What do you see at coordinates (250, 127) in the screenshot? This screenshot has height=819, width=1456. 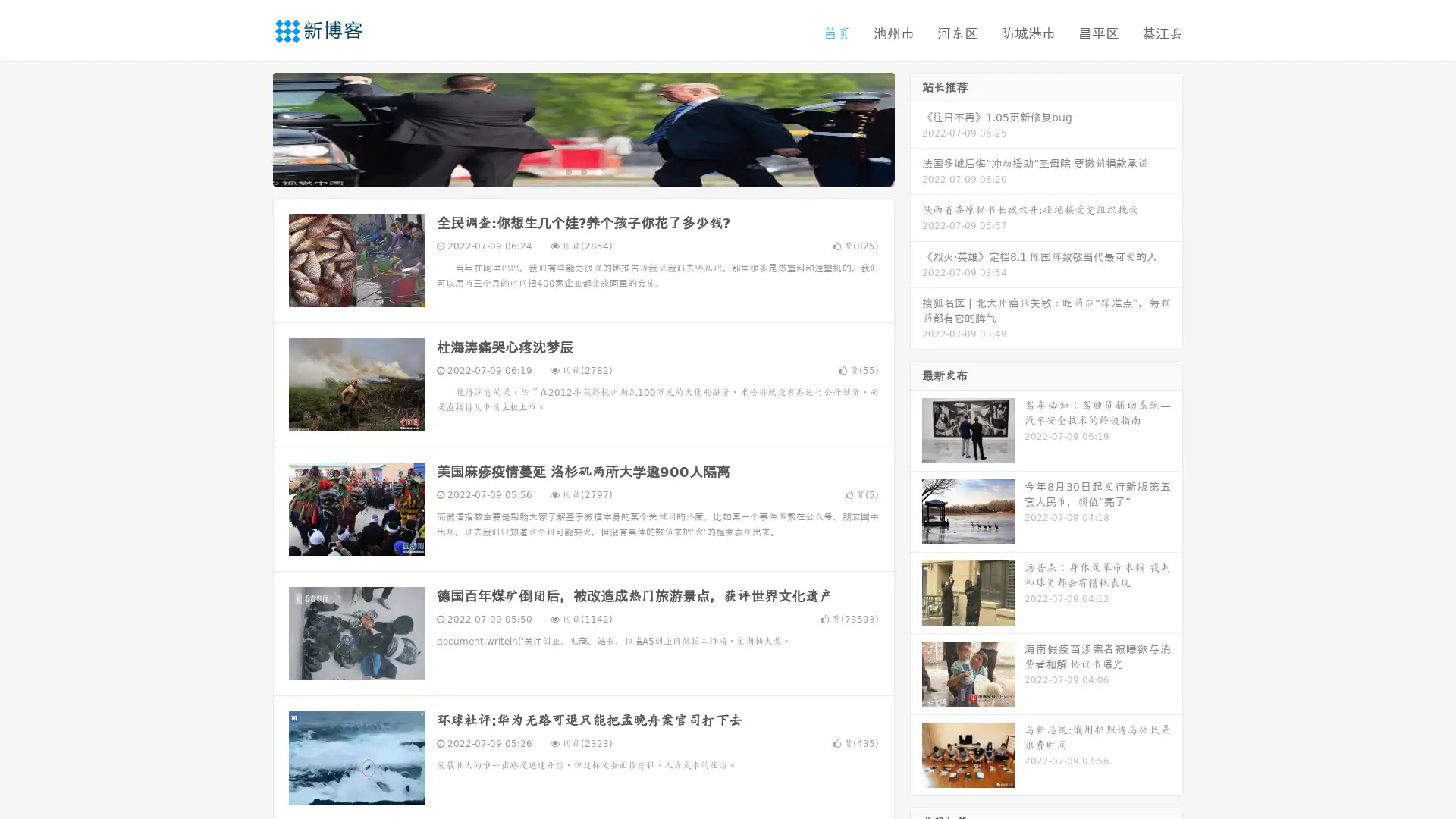 I see `Previous slide` at bounding box center [250, 127].